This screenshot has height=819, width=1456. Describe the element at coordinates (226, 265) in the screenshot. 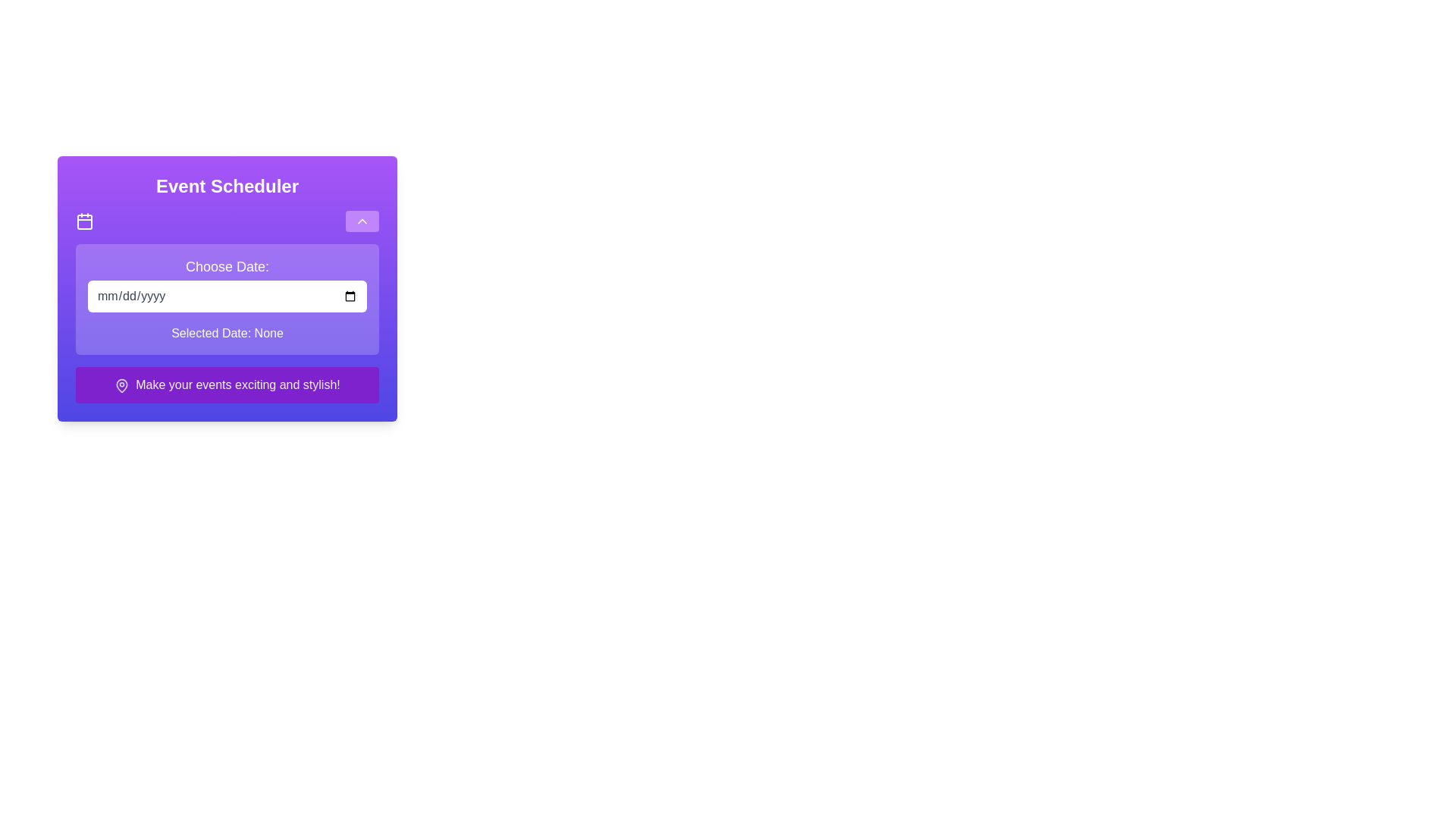

I see `the label 'Choose Date:' which is displayed in white font on a purple background, located within the 'Event Scheduler' panel above the date input field` at that location.